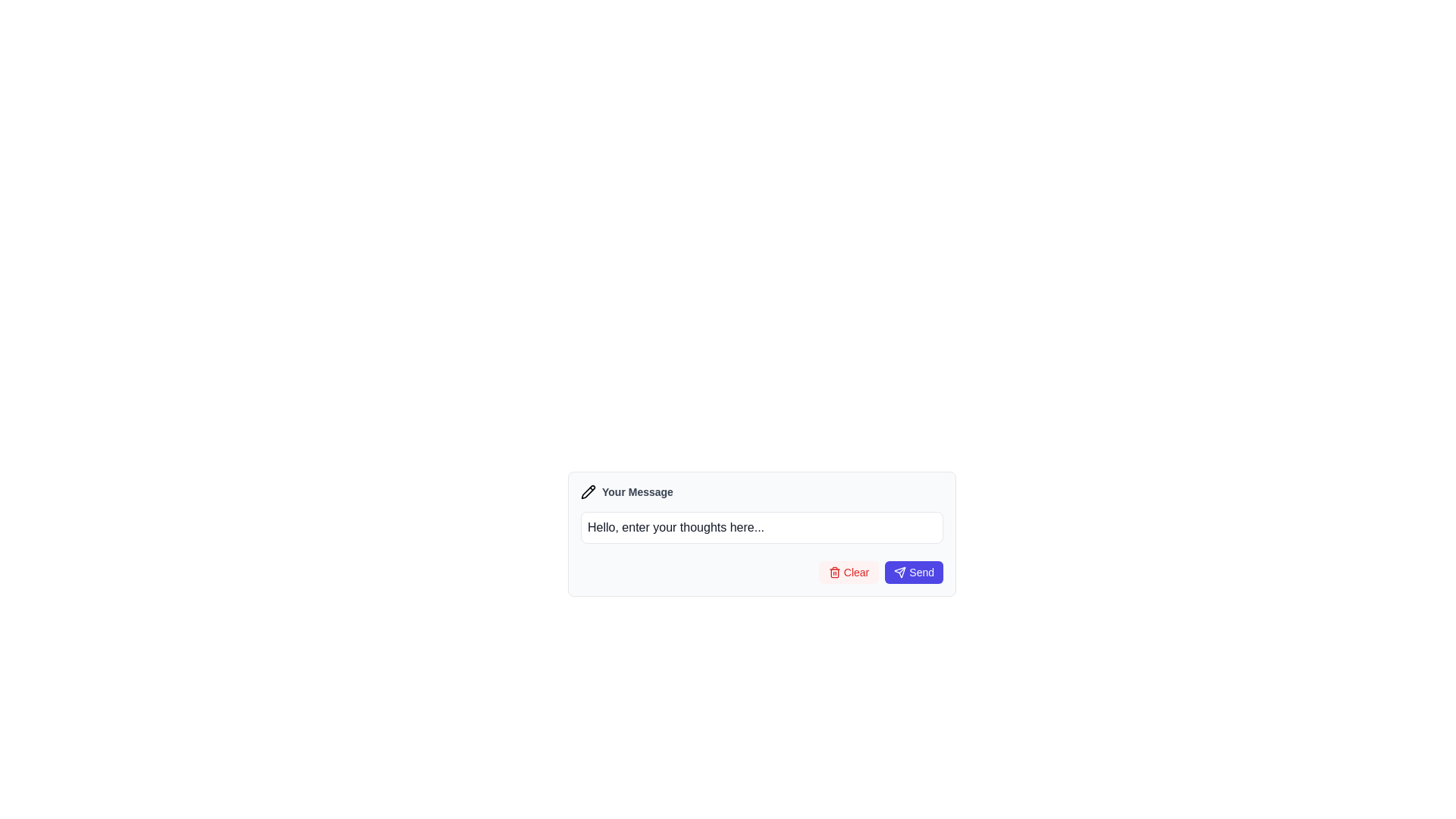 This screenshot has height=819, width=1456. I want to click on the 'Send' button which contains the icon indicating the action, so click(900, 573).